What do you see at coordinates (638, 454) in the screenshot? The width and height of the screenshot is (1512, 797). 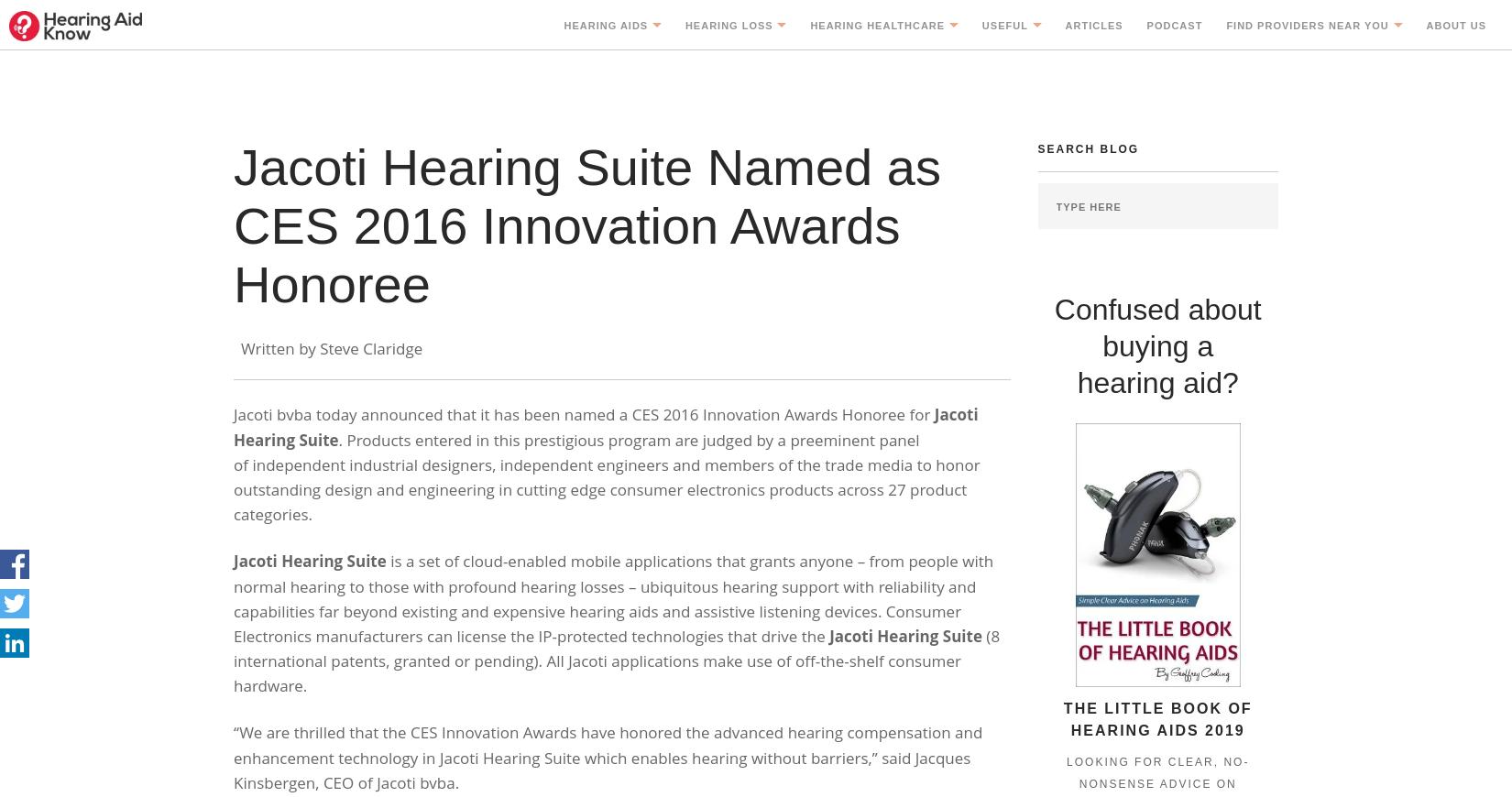 I see `'RIC Hearing Aids'` at bounding box center [638, 454].